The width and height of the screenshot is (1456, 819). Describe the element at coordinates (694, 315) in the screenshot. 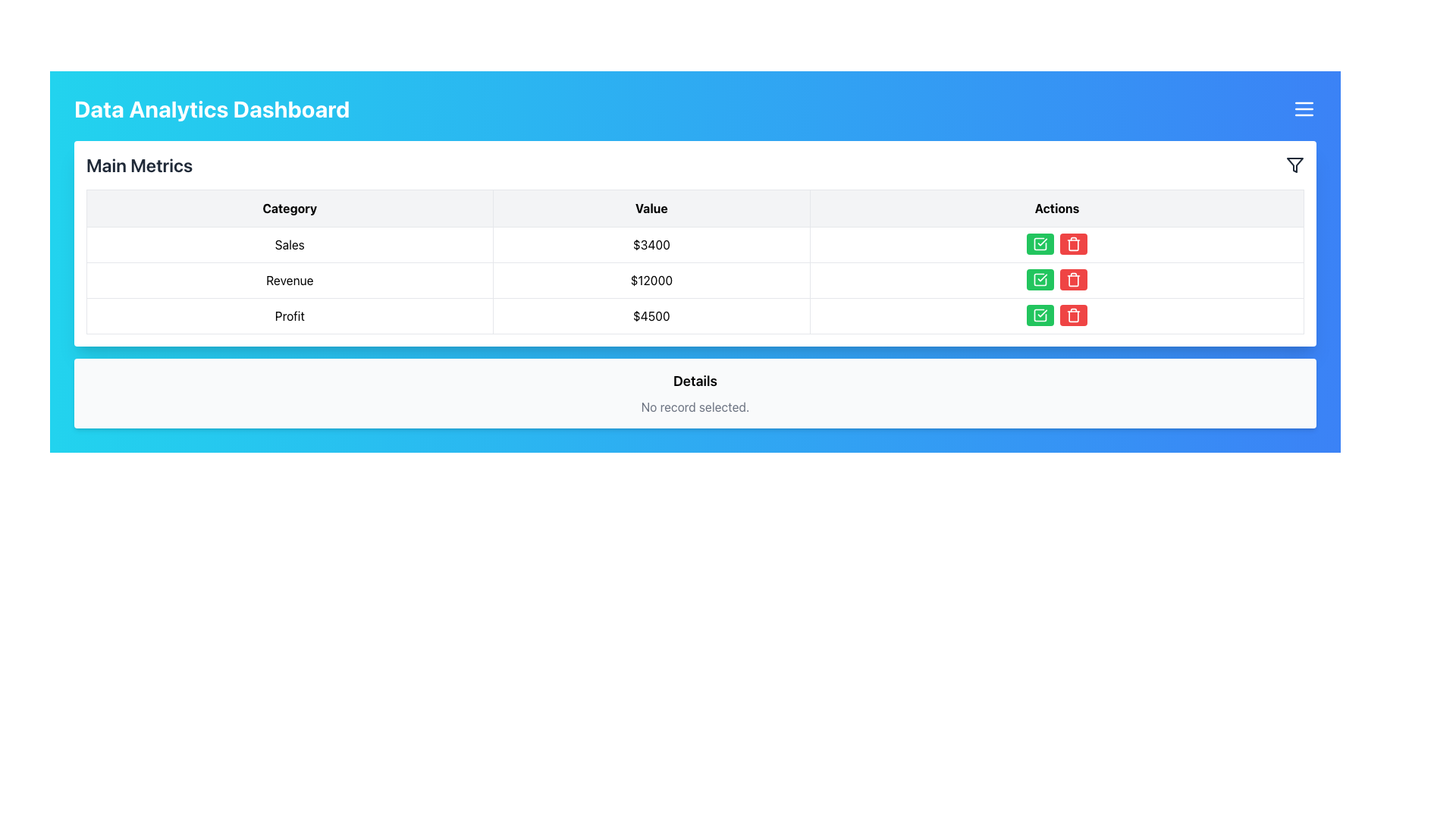

I see `the displayed profit value in the metrics table under the 'Main Metrics' section, specifically in the row labeled 'Profit' which shows the value '$4500'` at that location.